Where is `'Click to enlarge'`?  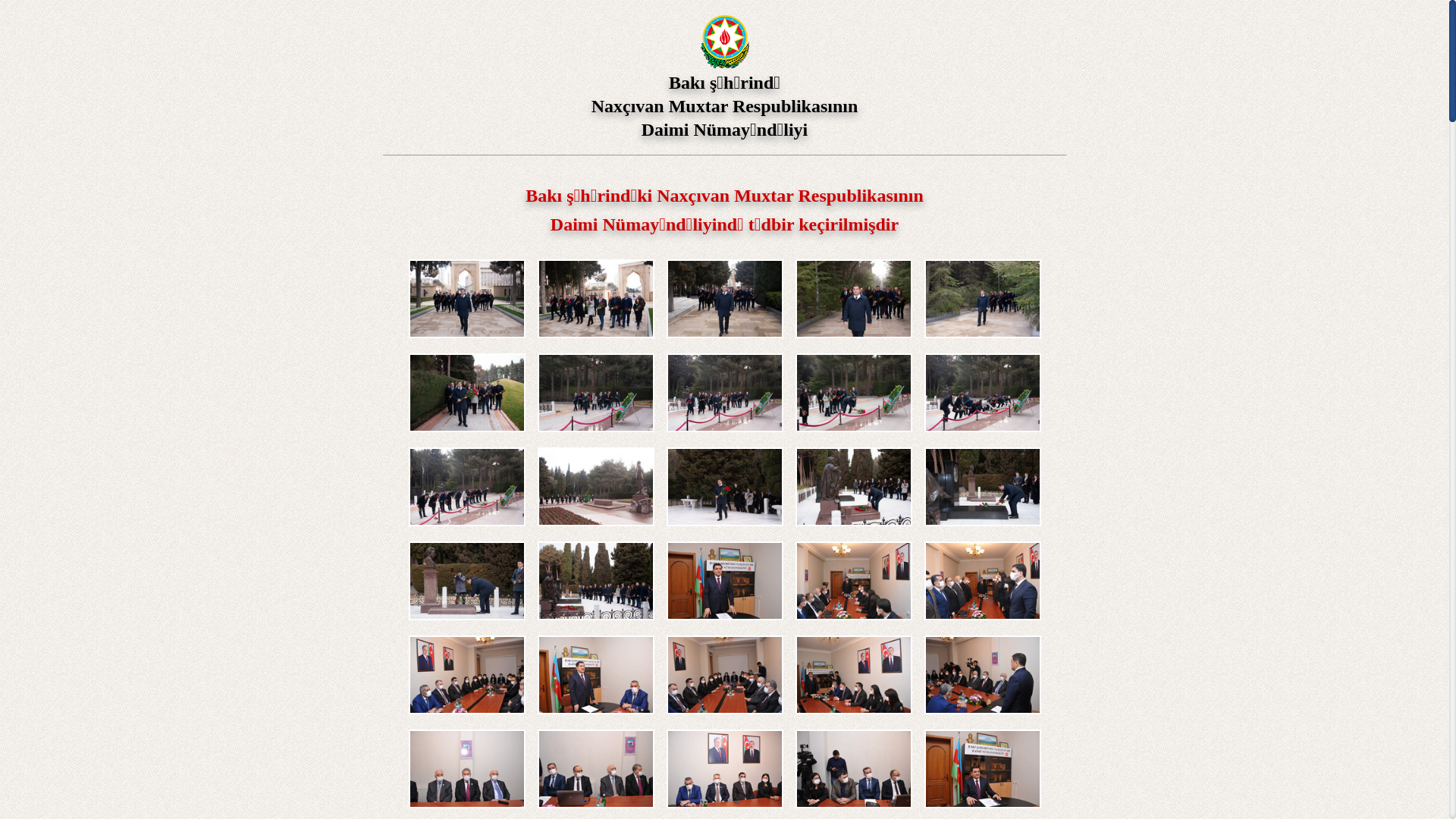 'Click to enlarge' is located at coordinates (595, 486).